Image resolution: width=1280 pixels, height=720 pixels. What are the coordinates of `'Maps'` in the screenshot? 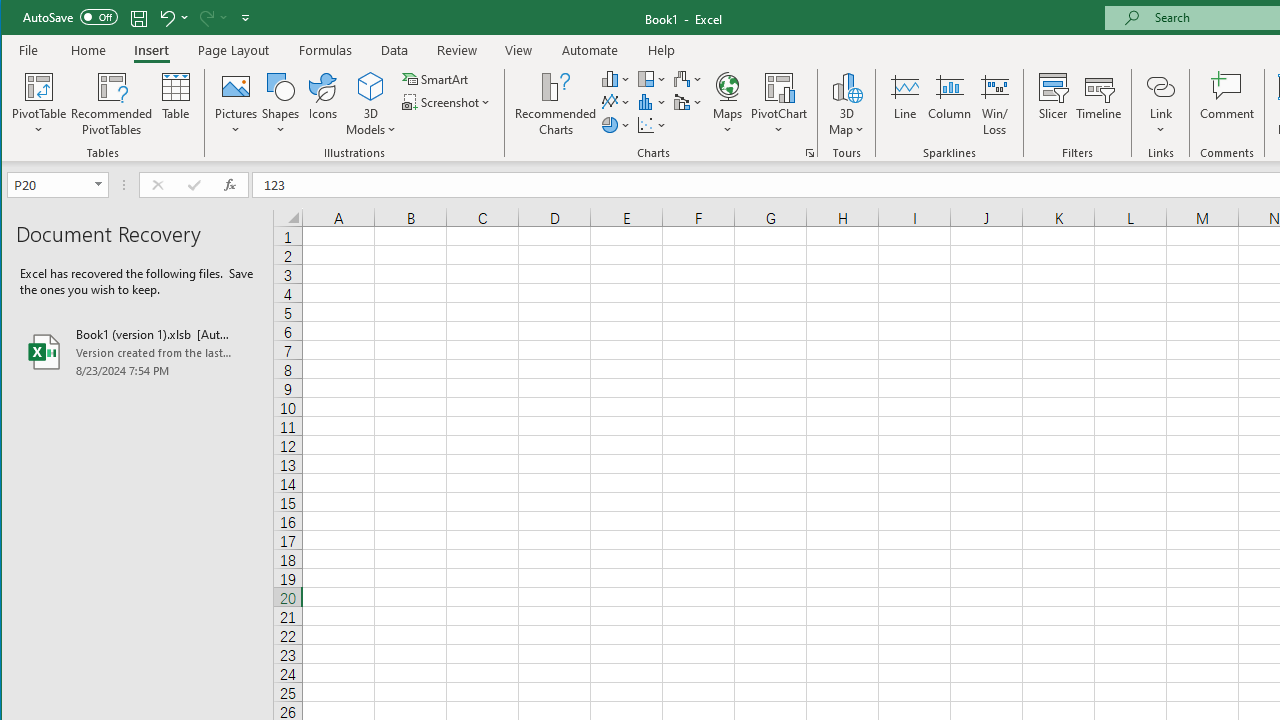 It's located at (726, 104).